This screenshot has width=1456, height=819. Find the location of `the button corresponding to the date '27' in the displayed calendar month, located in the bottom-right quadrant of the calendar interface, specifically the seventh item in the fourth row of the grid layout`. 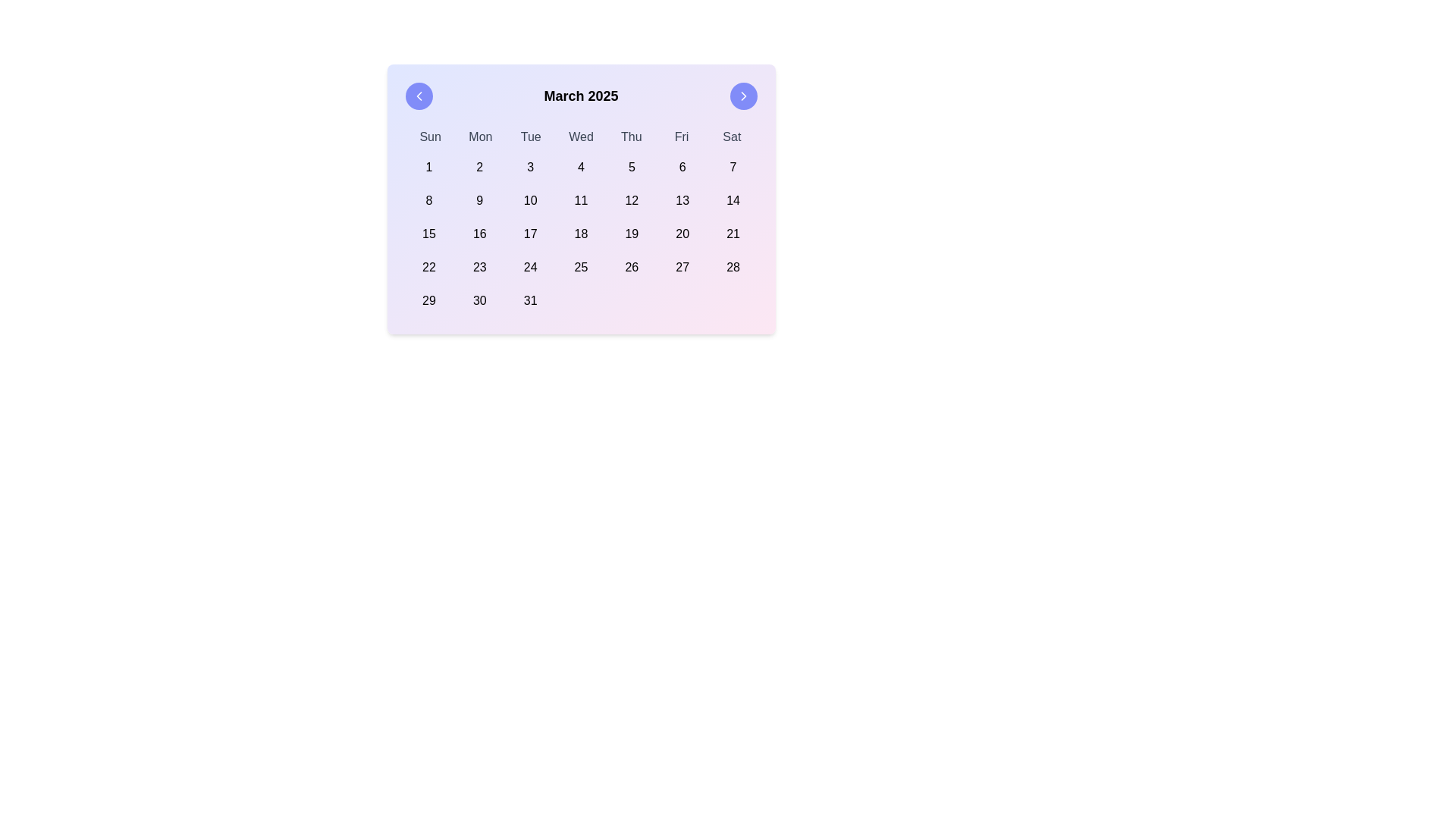

the button corresponding to the date '27' in the displayed calendar month, located in the bottom-right quadrant of the calendar interface, specifically the seventh item in the fourth row of the grid layout is located at coordinates (682, 267).